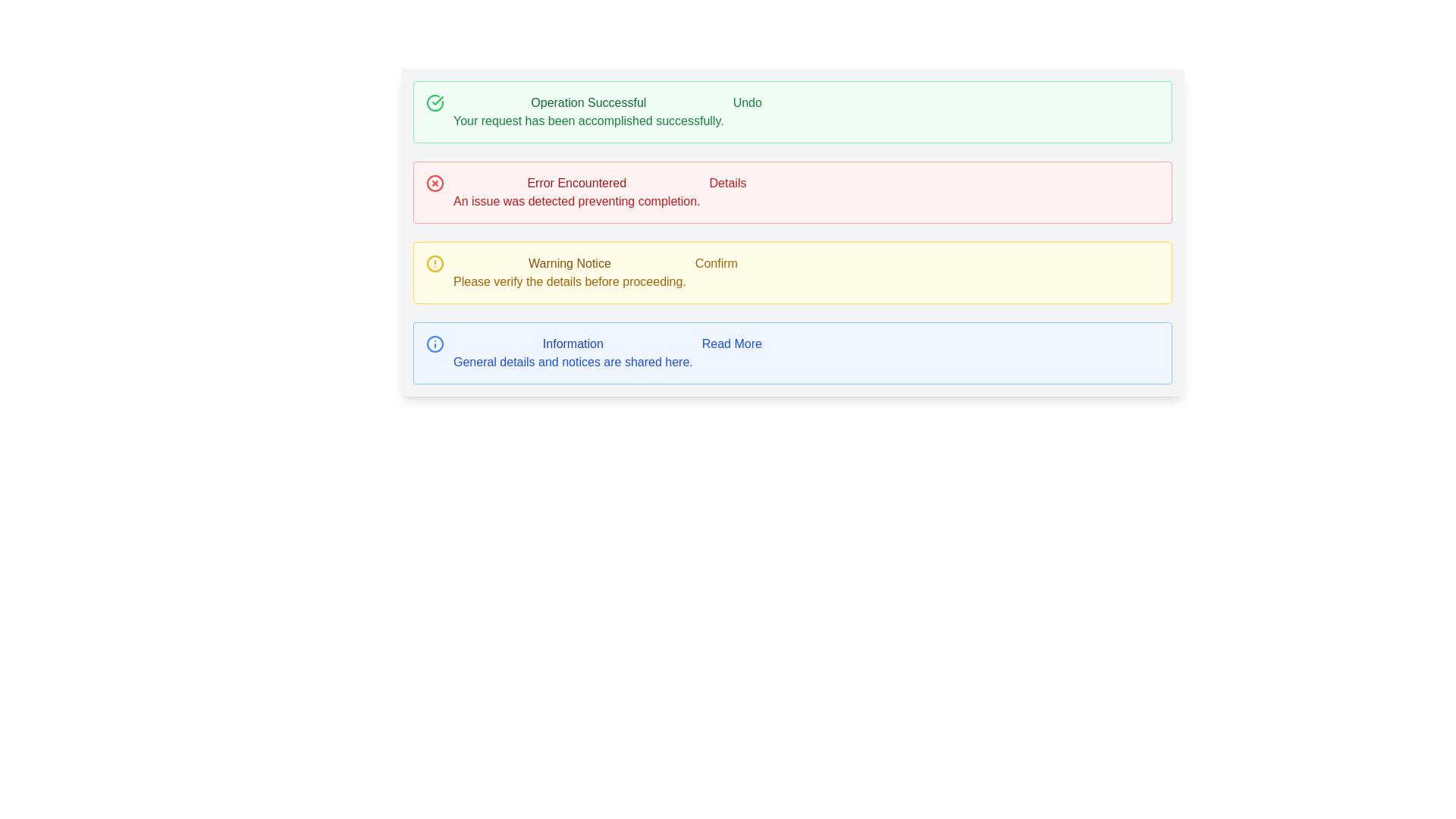 The image size is (1456, 819). Describe the element at coordinates (435, 262) in the screenshot. I see `the Warning Icon, which is a circle indicating a warning or alert message, located in the third horizontal segment from the top with a yellow background, positioned to the left of the text 'Warning Notice.'` at that location.